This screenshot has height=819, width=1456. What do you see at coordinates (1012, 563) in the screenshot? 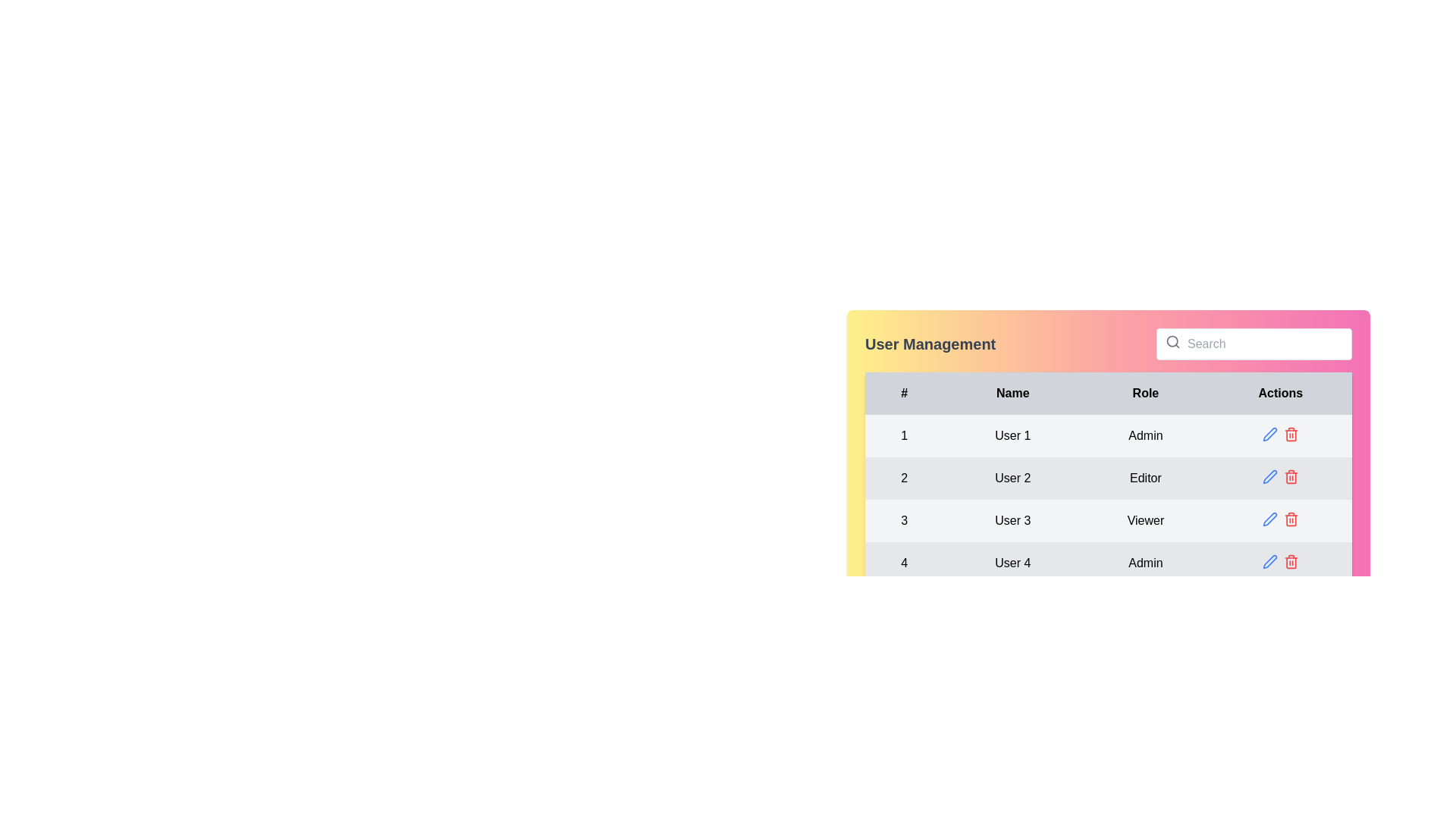
I see `the static text element displaying 'User 4' in the fourth row of the table under the 'Name' column` at bounding box center [1012, 563].